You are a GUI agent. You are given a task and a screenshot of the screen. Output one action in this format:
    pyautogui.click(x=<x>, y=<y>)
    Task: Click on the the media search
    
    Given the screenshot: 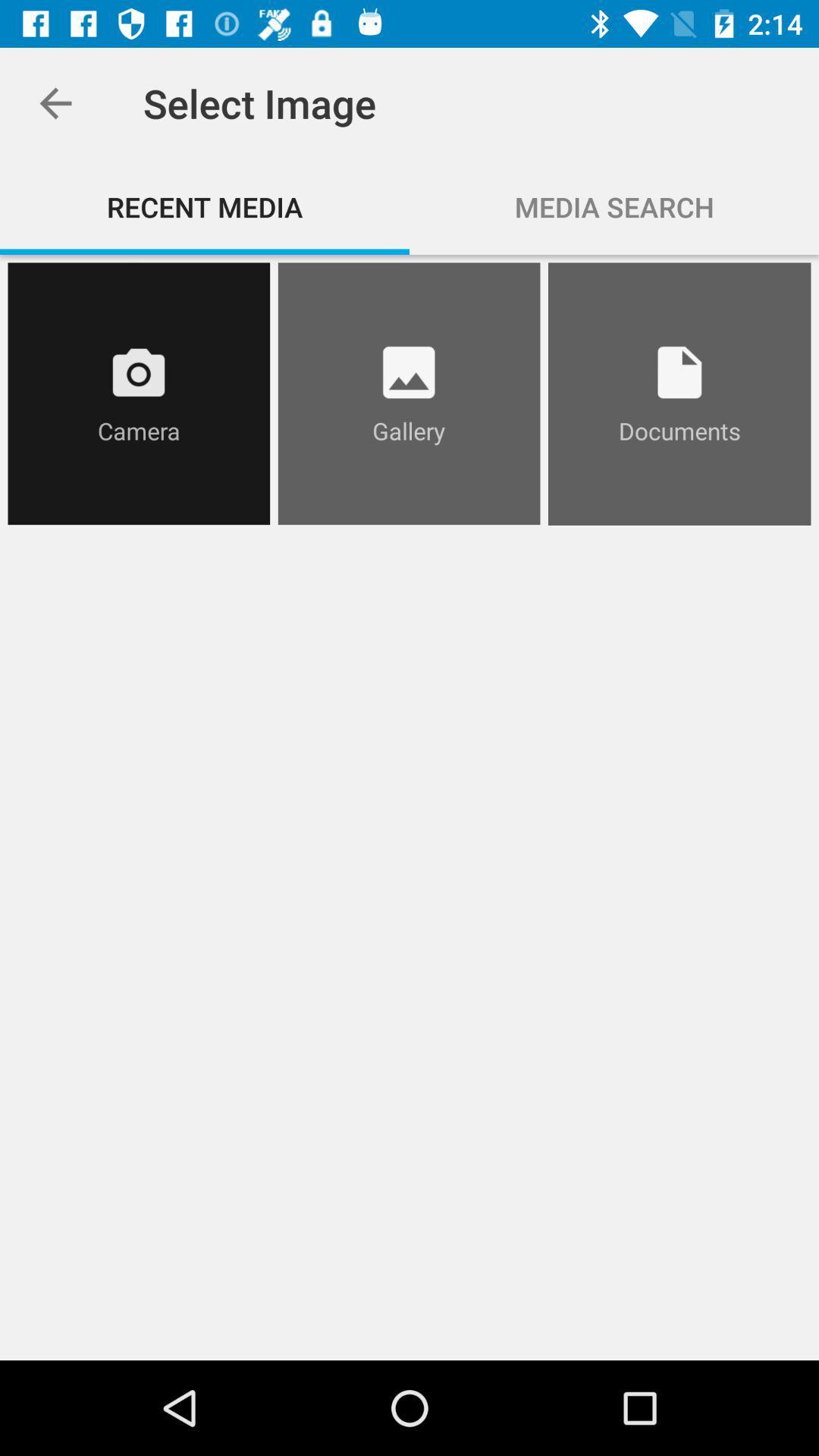 What is the action you would take?
    pyautogui.click(x=614, y=206)
    